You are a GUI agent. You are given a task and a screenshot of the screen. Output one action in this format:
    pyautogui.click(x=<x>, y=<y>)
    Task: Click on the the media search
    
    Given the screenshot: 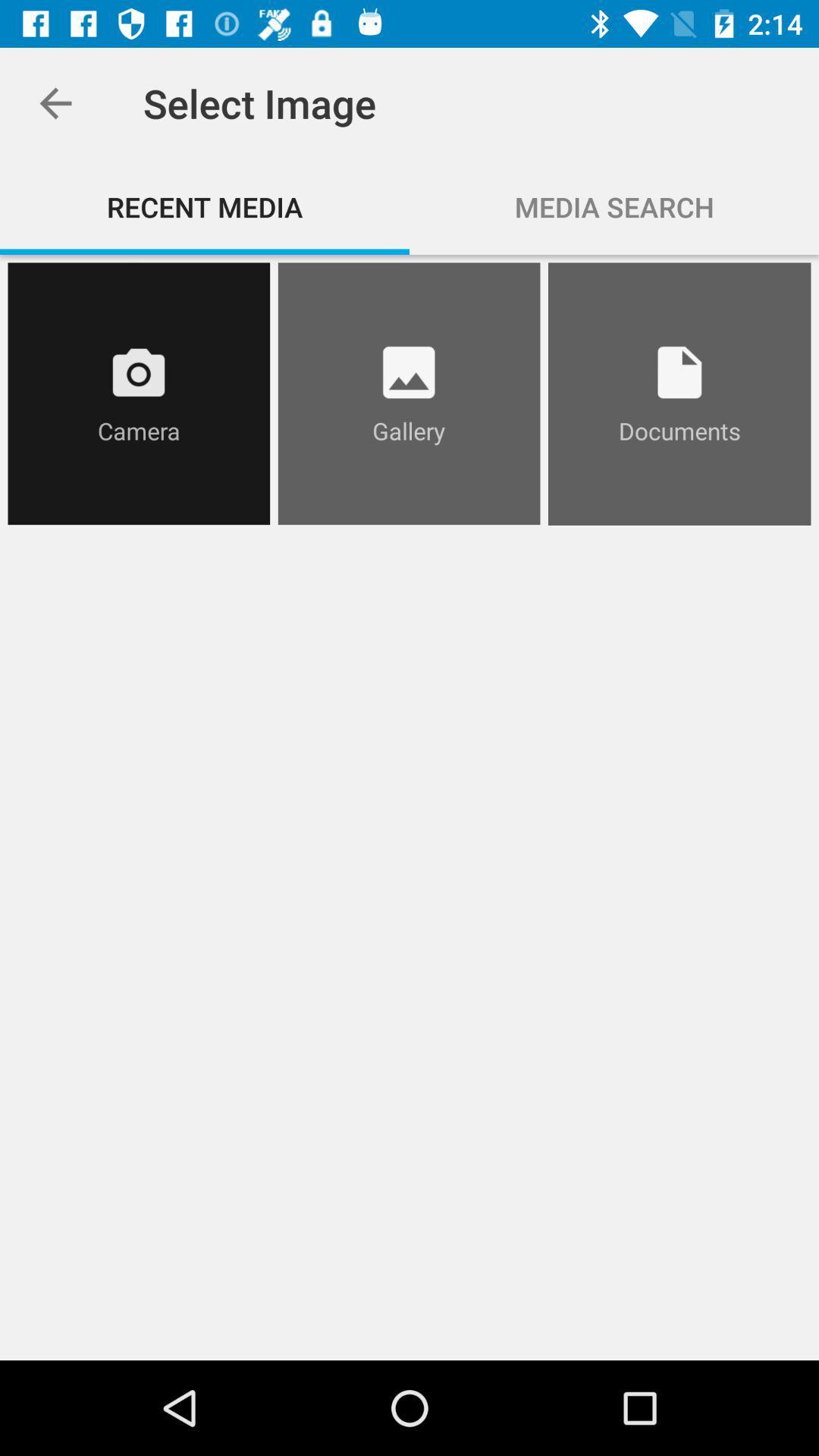 What is the action you would take?
    pyautogui.click(x=614, y=206)
    